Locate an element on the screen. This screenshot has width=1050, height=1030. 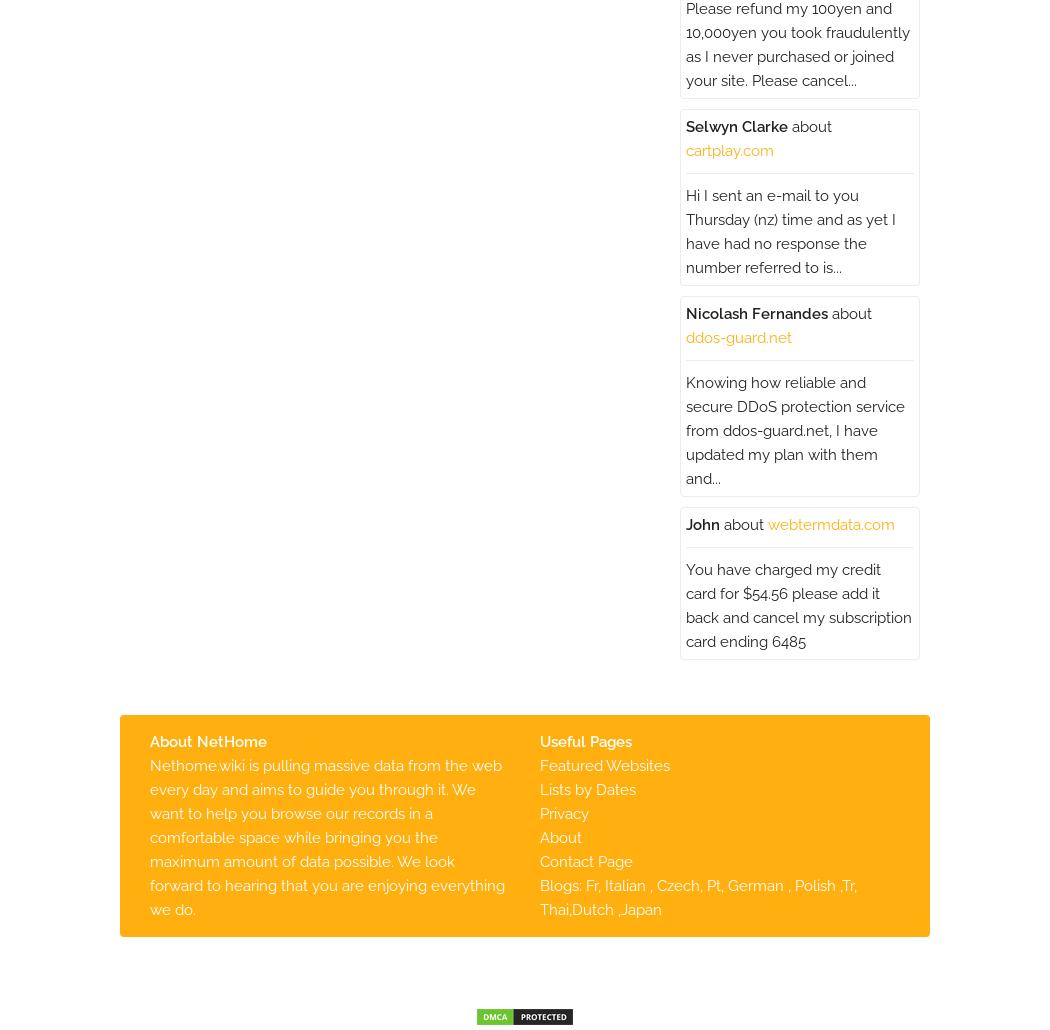
'Nicolash Fernandes' is located at coordinates (756, 312).